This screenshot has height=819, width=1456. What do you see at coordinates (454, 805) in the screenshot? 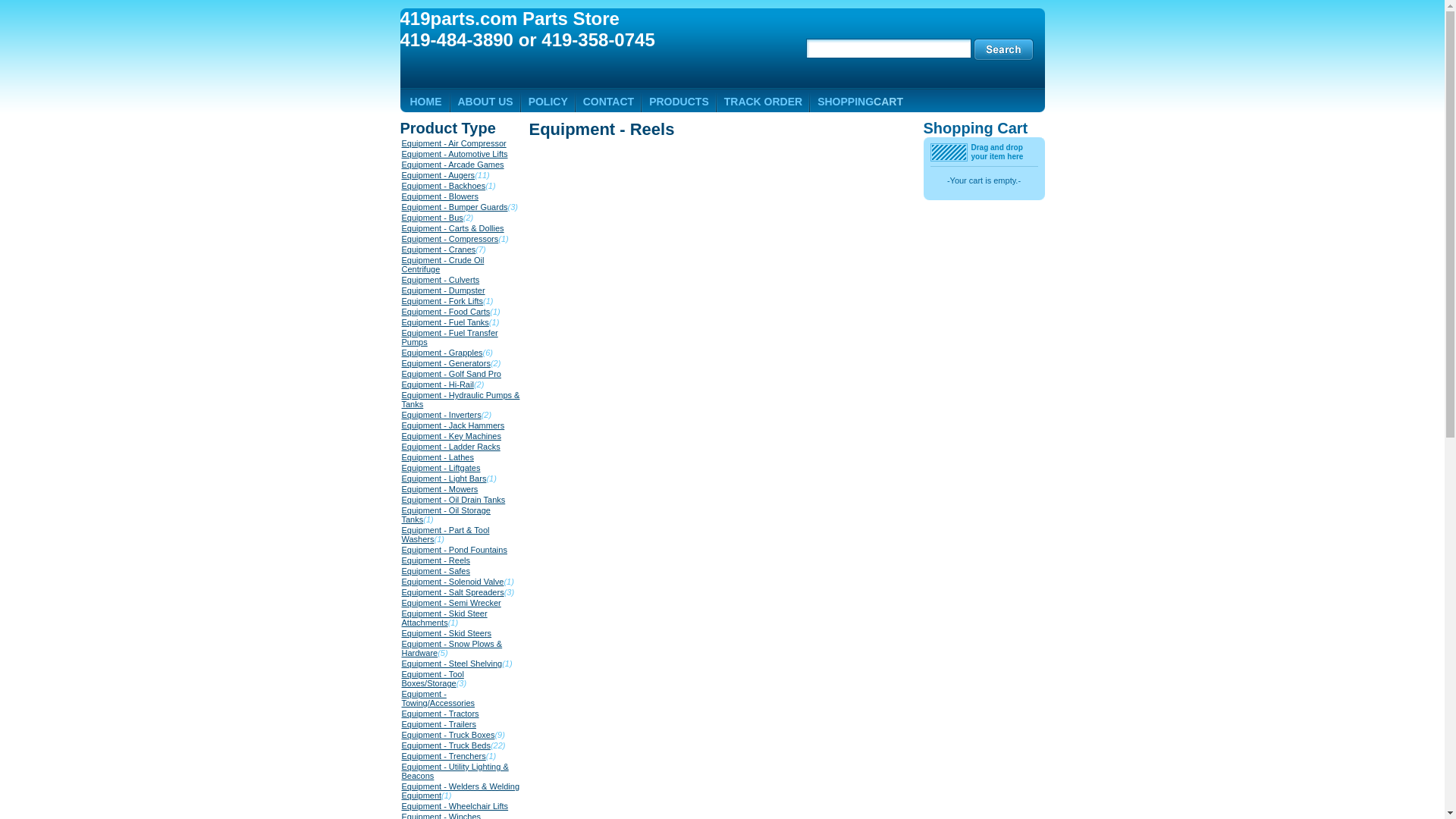
I see `'Equipment - Wheelchair Lifts'` at bounding box center [454, 805].